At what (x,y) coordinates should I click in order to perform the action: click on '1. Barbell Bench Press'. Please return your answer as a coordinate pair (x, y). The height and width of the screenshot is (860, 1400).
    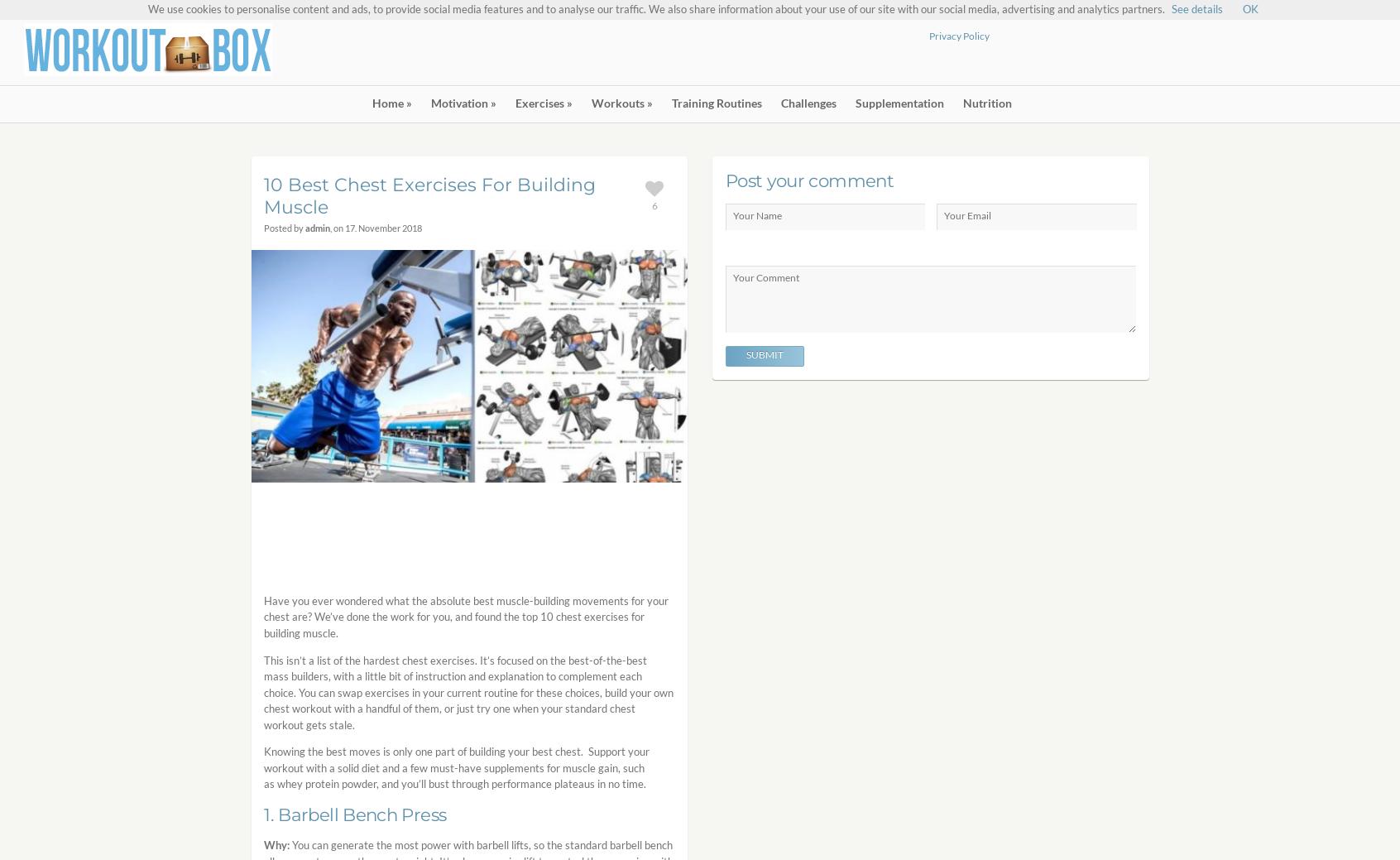
    Looking at the image, I should click on (262, 814).